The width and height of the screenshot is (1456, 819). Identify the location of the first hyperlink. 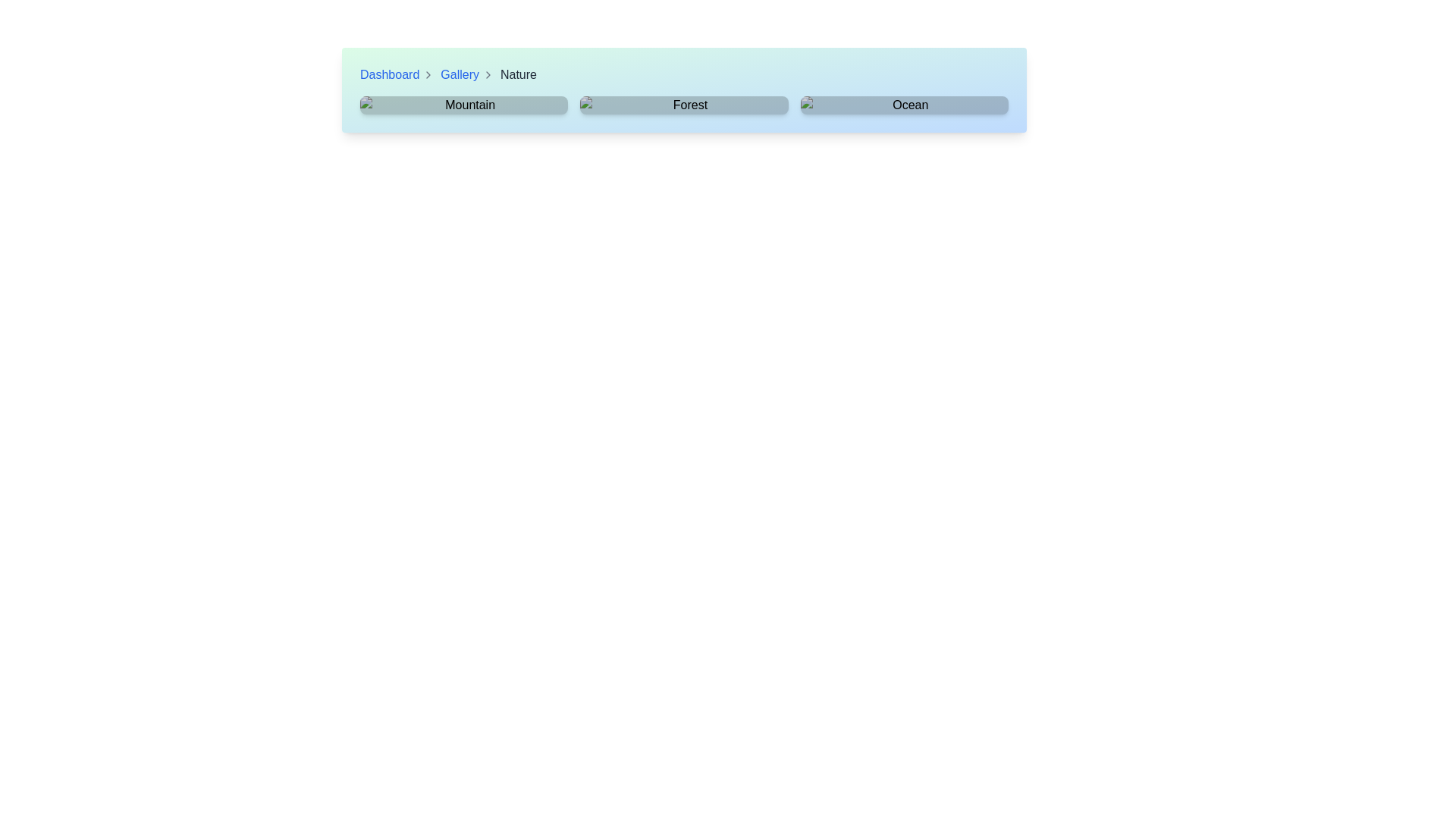
(389, 75).